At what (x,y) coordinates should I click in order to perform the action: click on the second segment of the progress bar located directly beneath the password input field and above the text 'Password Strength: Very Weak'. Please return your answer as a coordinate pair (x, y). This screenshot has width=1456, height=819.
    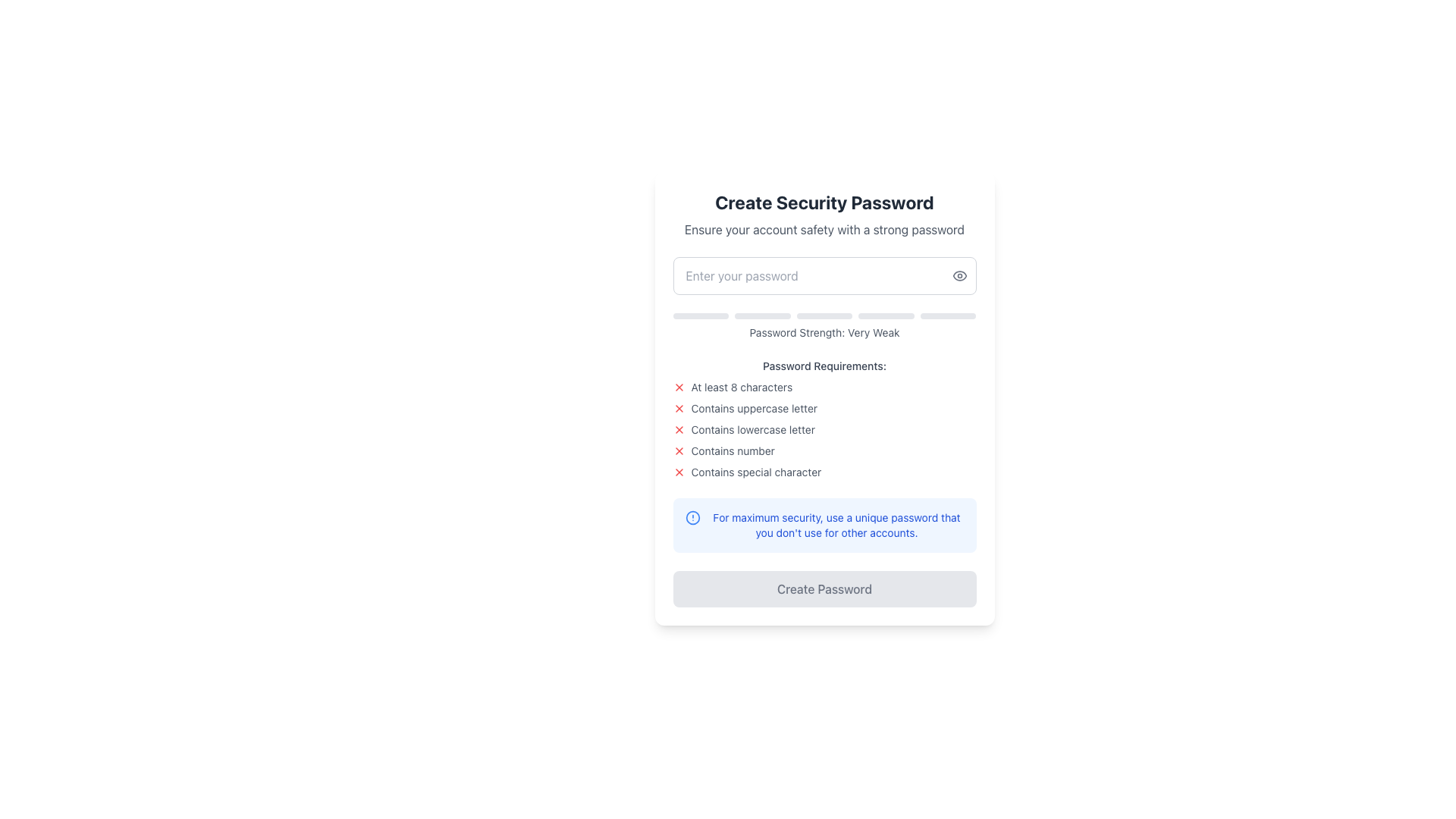
    Looking at the image, I should click on (762, 315).